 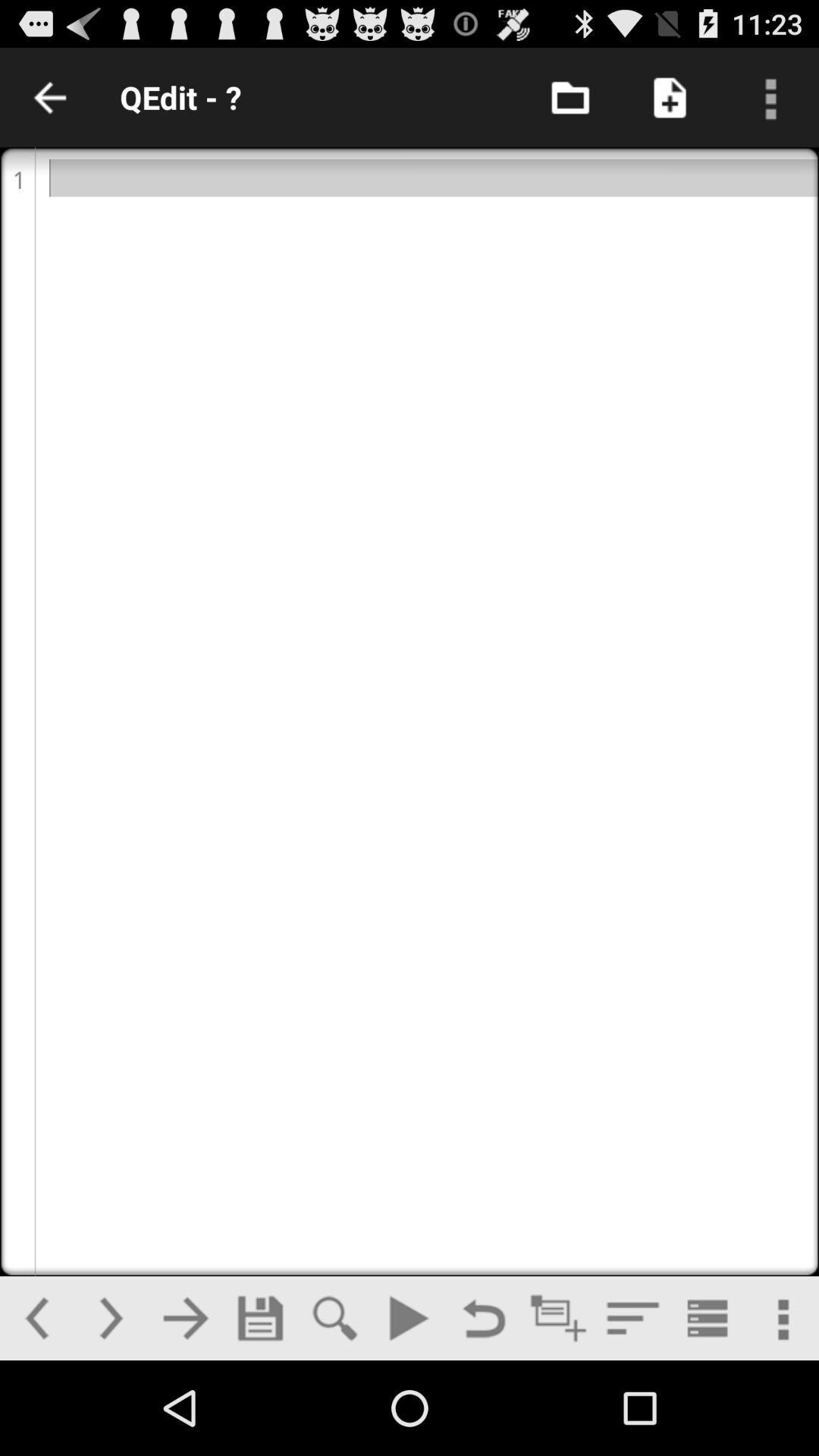 What do you see at coordinates (259, 1317) in the screenshot?
I see `to save the files` at bounding box center [259, 1317].